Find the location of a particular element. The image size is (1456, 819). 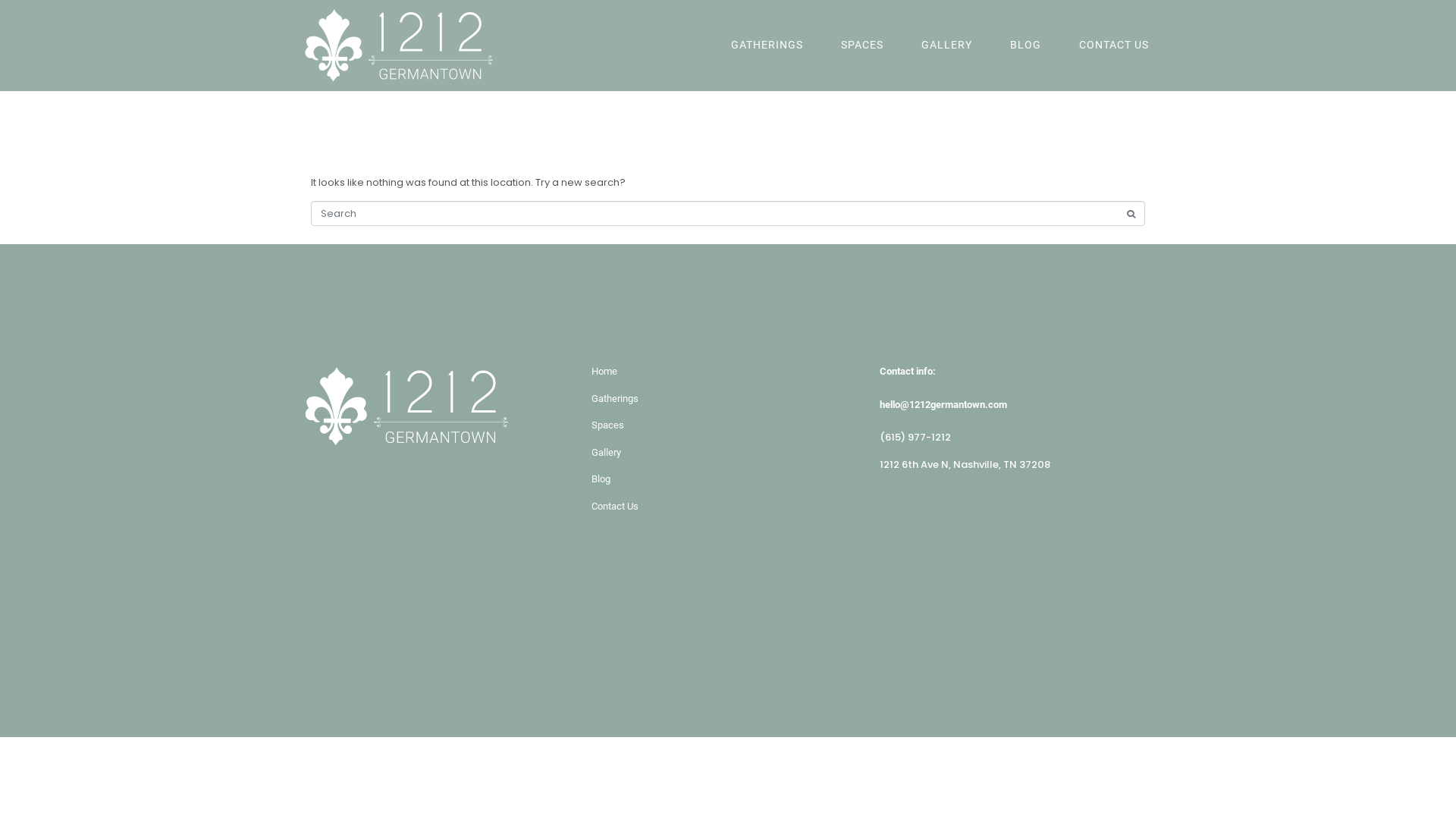

'Gatherings' is located at coordinates (590, 397).